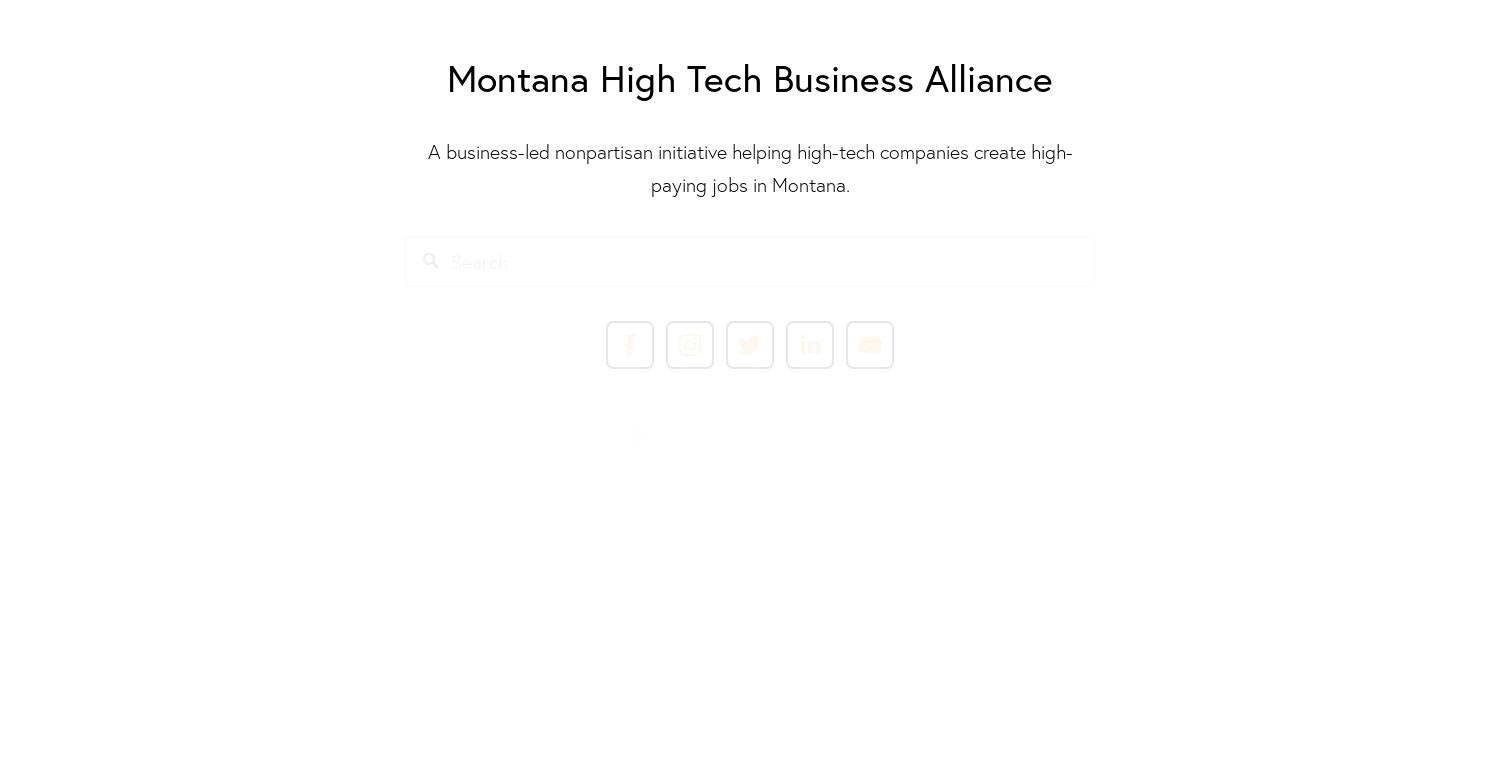  Describe the element at coordinates (750, 75) in the screenshot. I see `'Montana High Tech Business Alliance'` at that location.